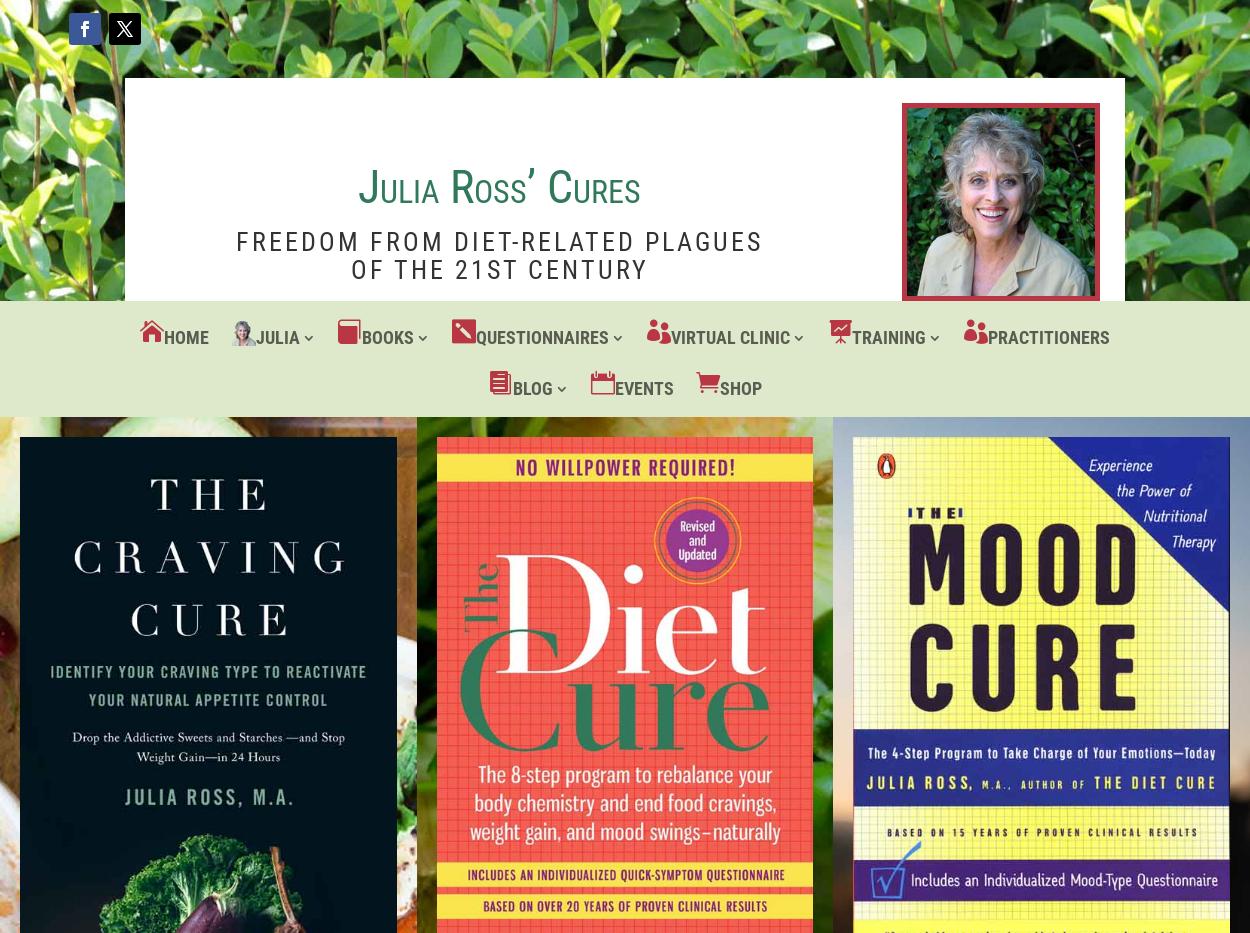  I want to click on 'Insomnia Eradication', so click(726, 529).